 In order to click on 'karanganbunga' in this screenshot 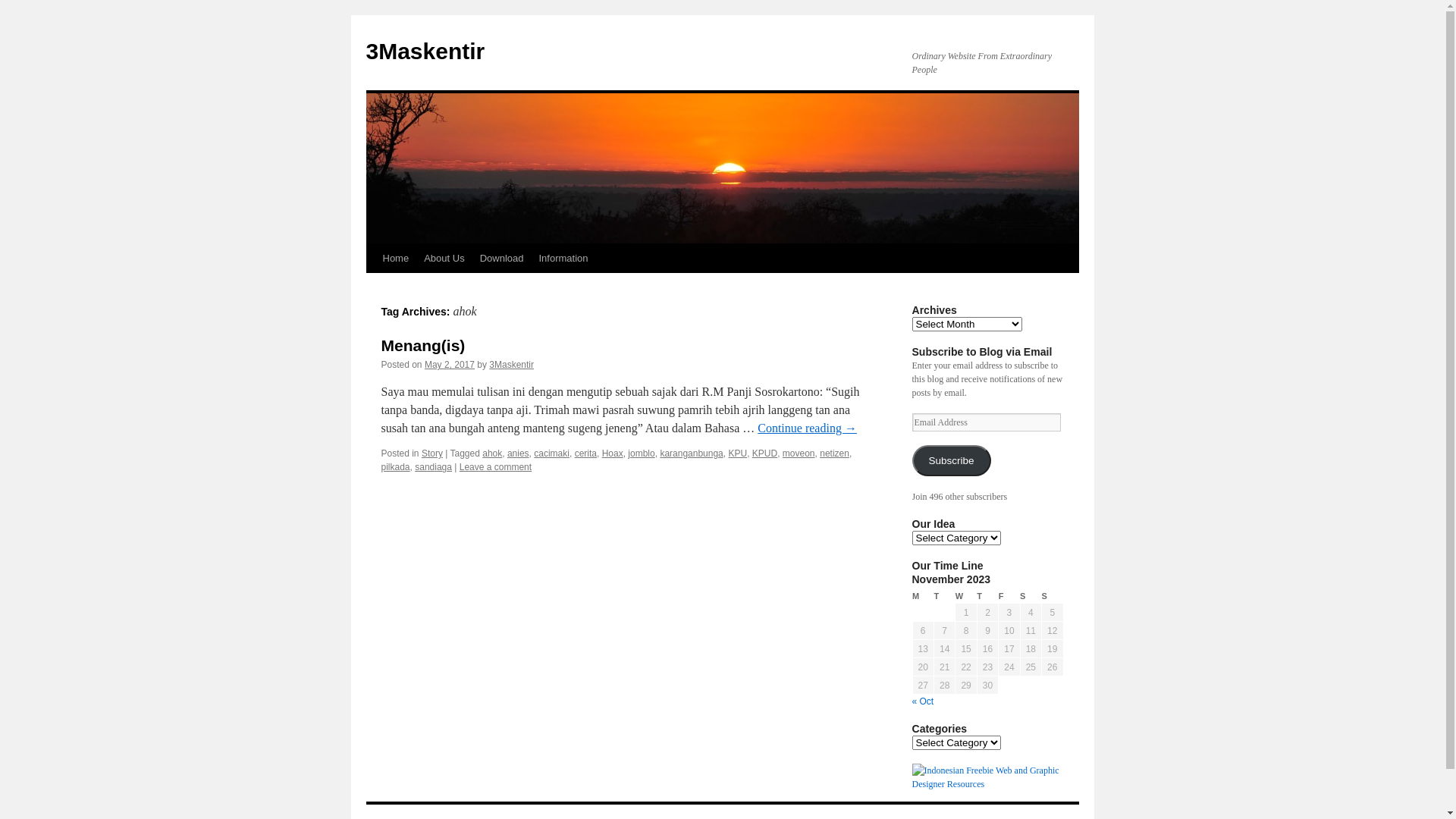, I will do `click(690, 452)`.